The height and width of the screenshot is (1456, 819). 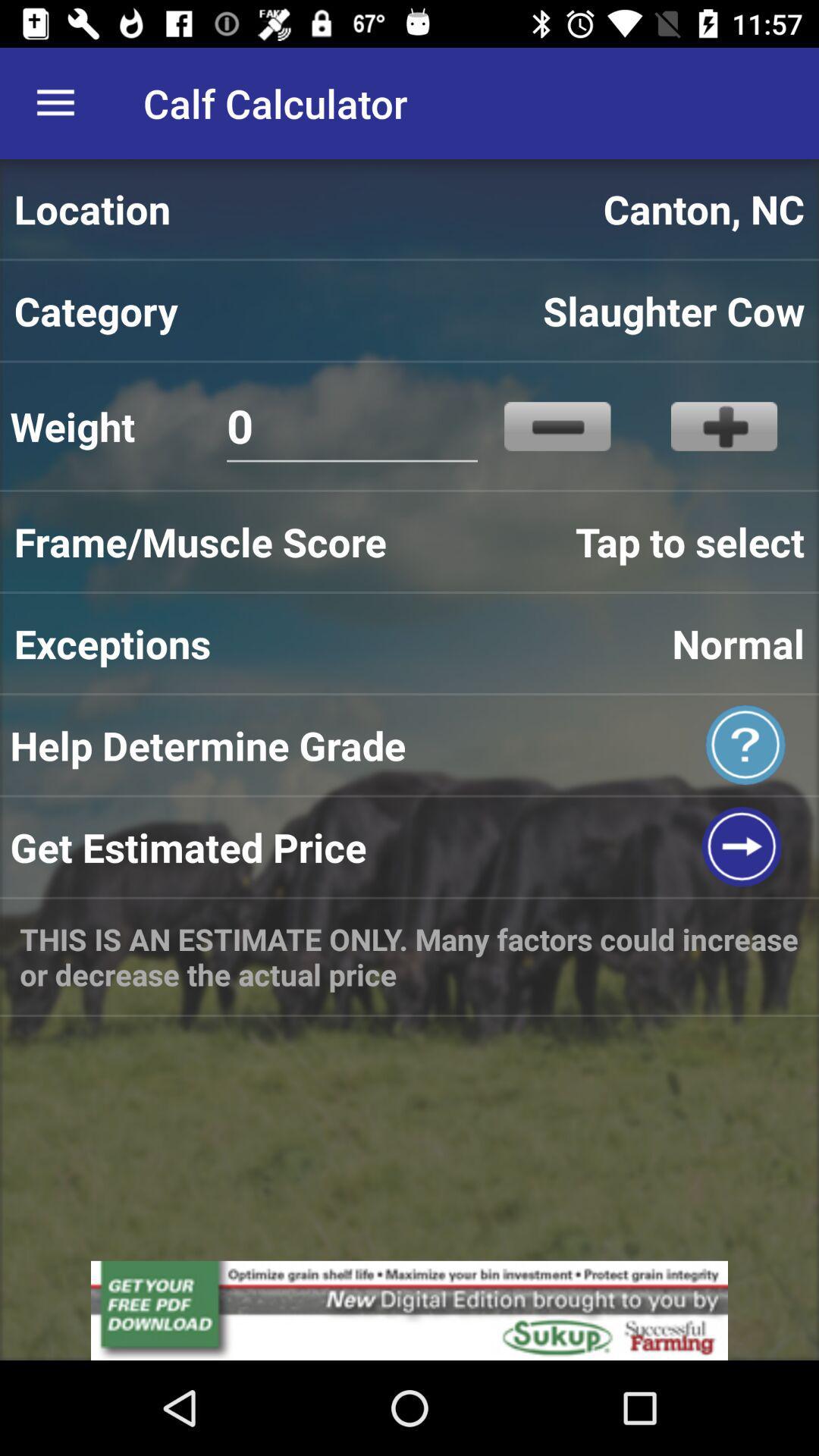 I want to click on goes to advertiser 's website, so click(x=409, y=1310).